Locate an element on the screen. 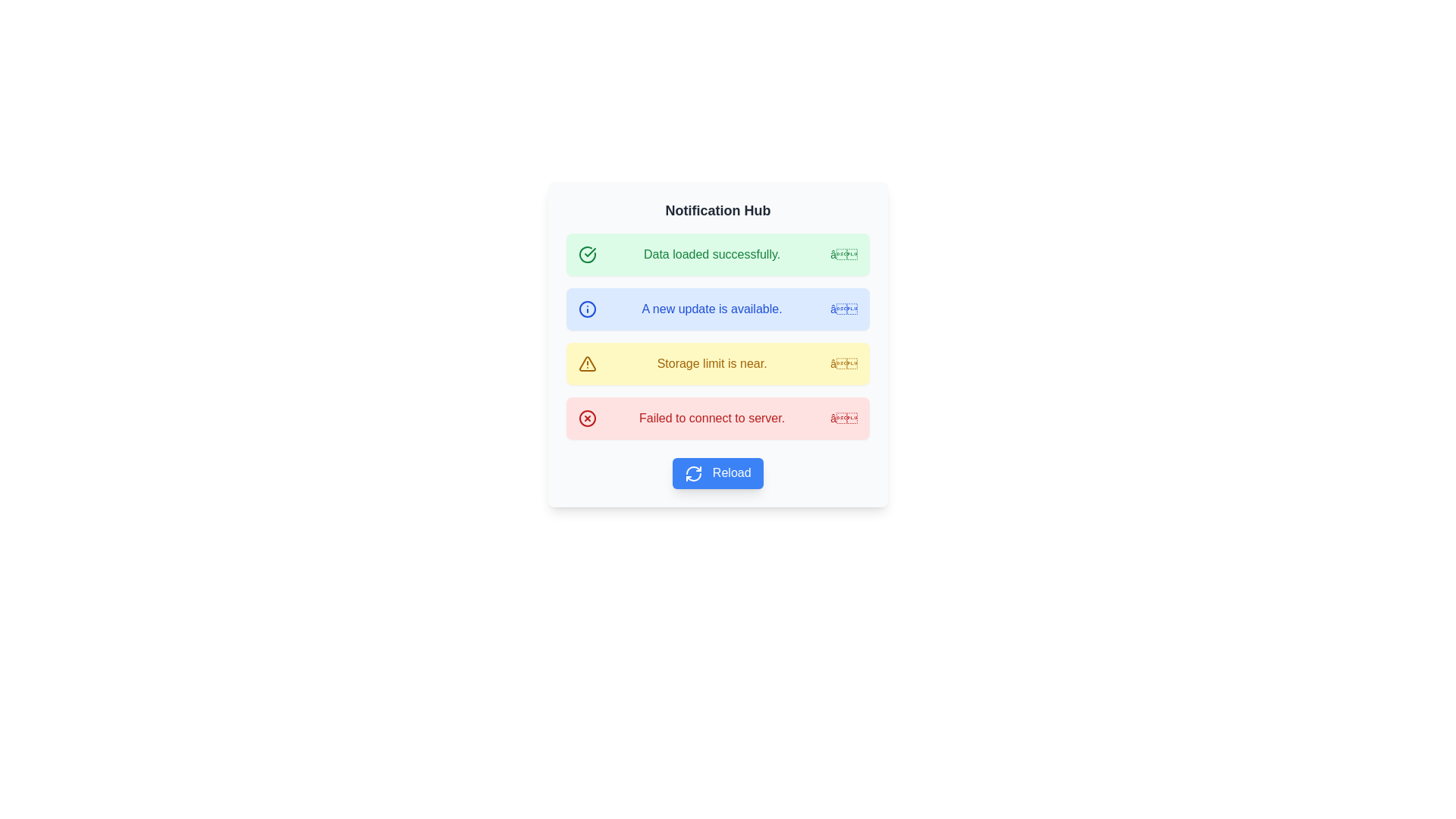 Image resolution: width=1456 pixels, height=819 pixels. the dismiss button on the fourth Alert box in the Notification Hub is located at coordinates (717, 418).